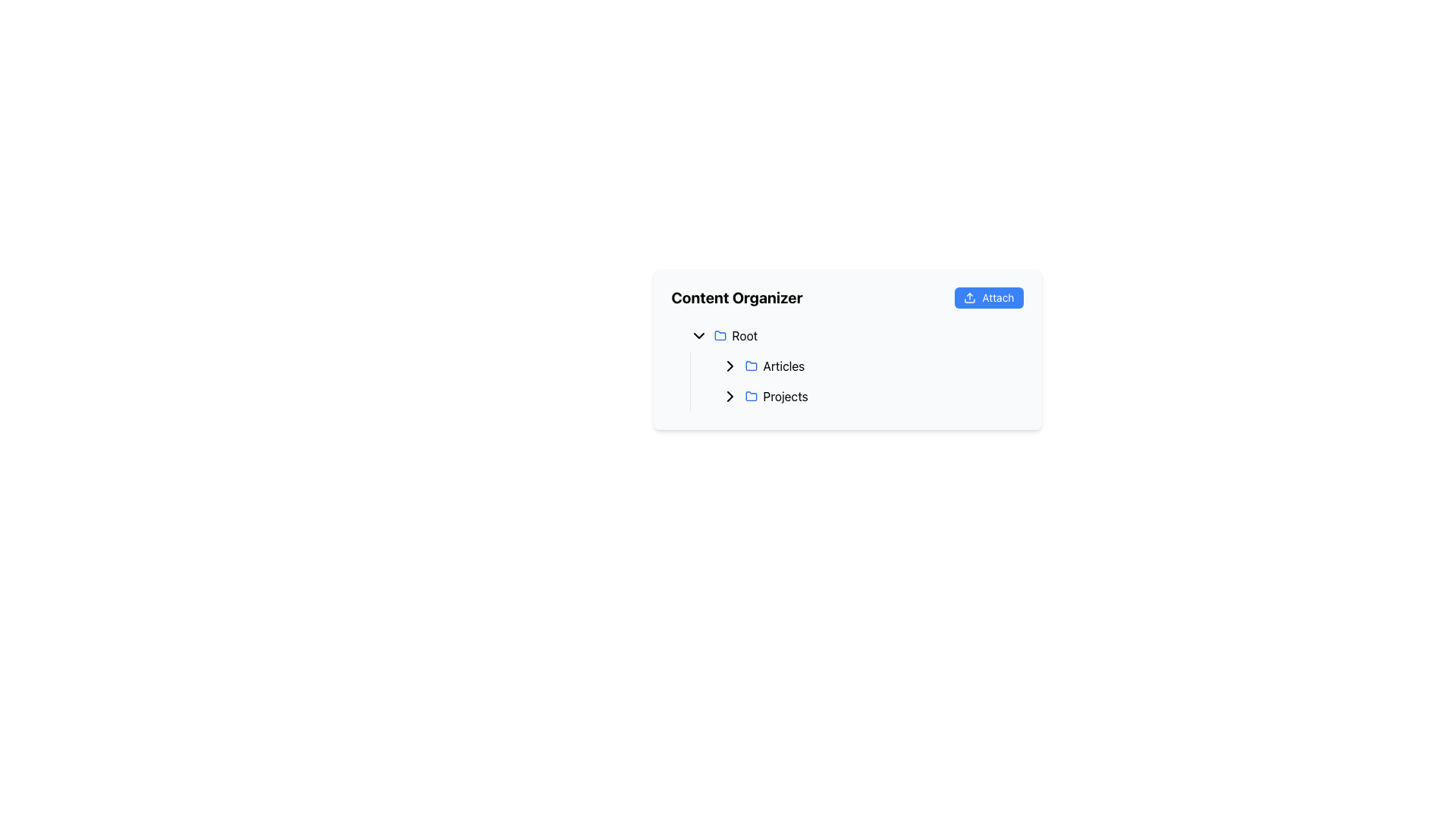 The image size is (1456, 819). I want to click on text label displaying 'Articles' located next to the blue folder icon in the navigation list, so click(783, 366).